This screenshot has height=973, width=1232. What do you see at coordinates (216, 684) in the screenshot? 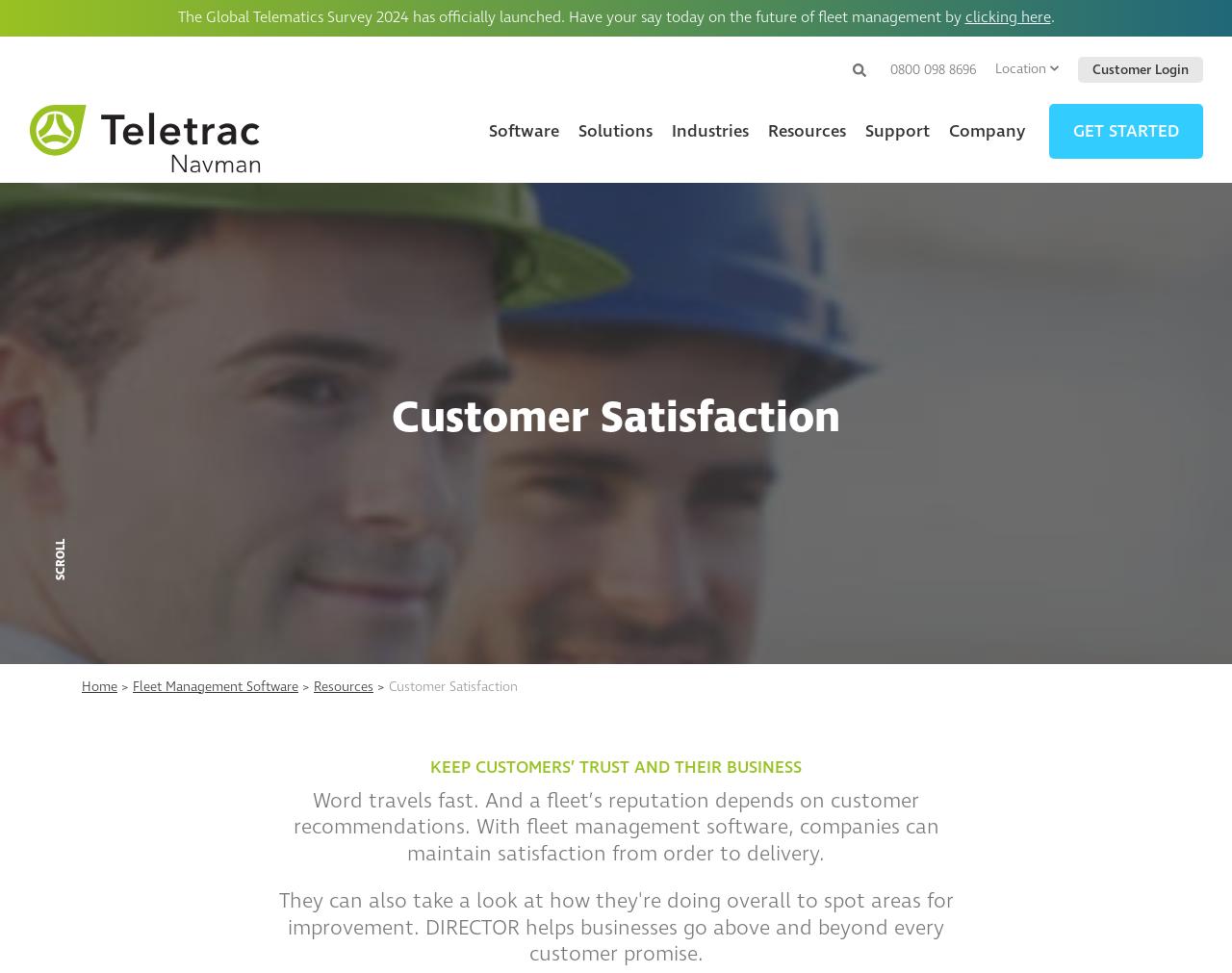
I see `'Fleet Management Software'` at bounding box center [216, 684].